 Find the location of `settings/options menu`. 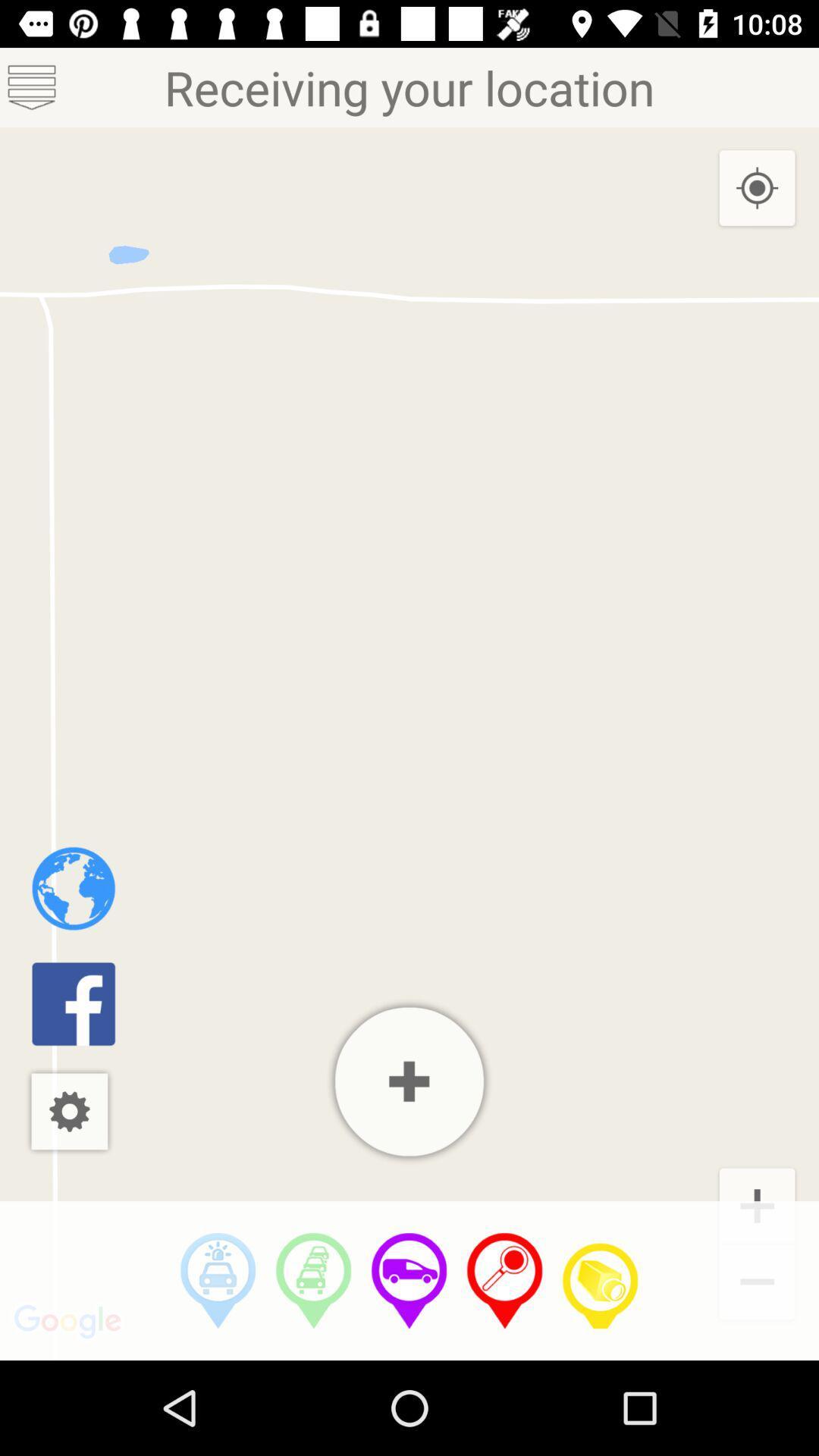

settings/options menu is located at coordinates (69, 1111).